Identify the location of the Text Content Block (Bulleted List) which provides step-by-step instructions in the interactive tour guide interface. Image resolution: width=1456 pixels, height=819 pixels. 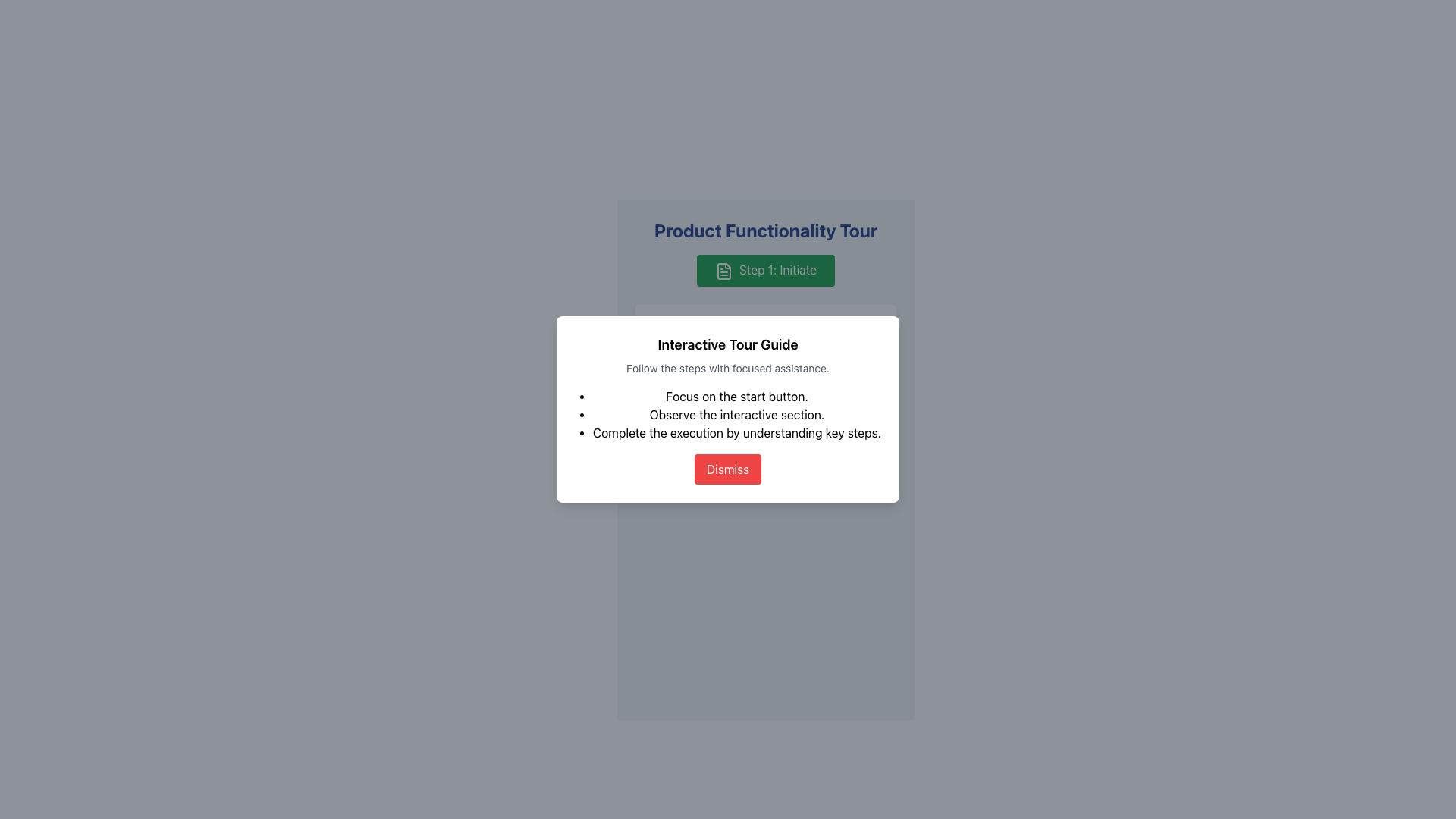
(736, 414).